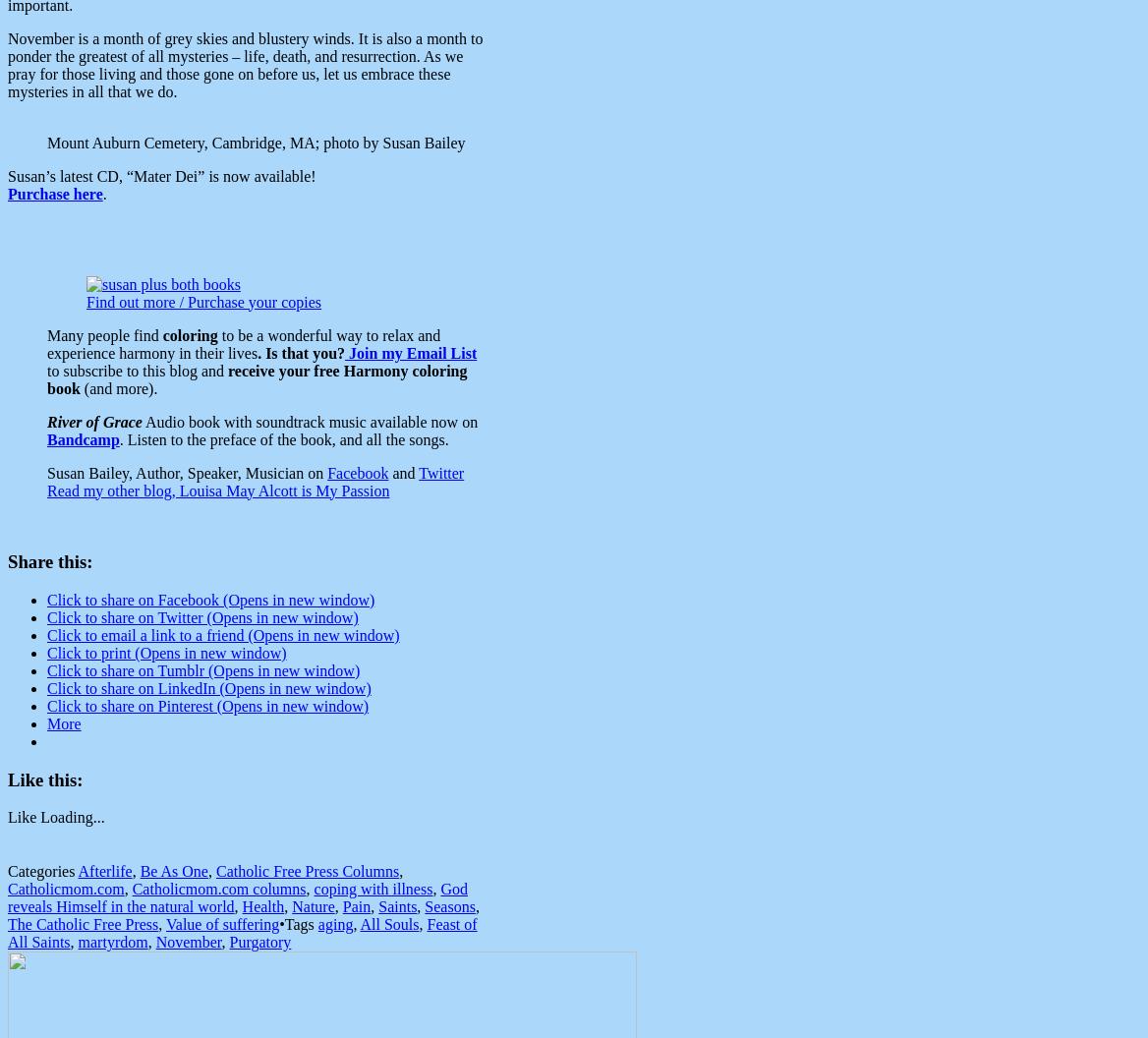 This screenshot has height=1038, width=1148. What do you see at coordinates (161, 175) in the screenshot?
I see `'Susan’s latest CD, “Mater Dei” is now available!'` at bounding box center [161, 175].